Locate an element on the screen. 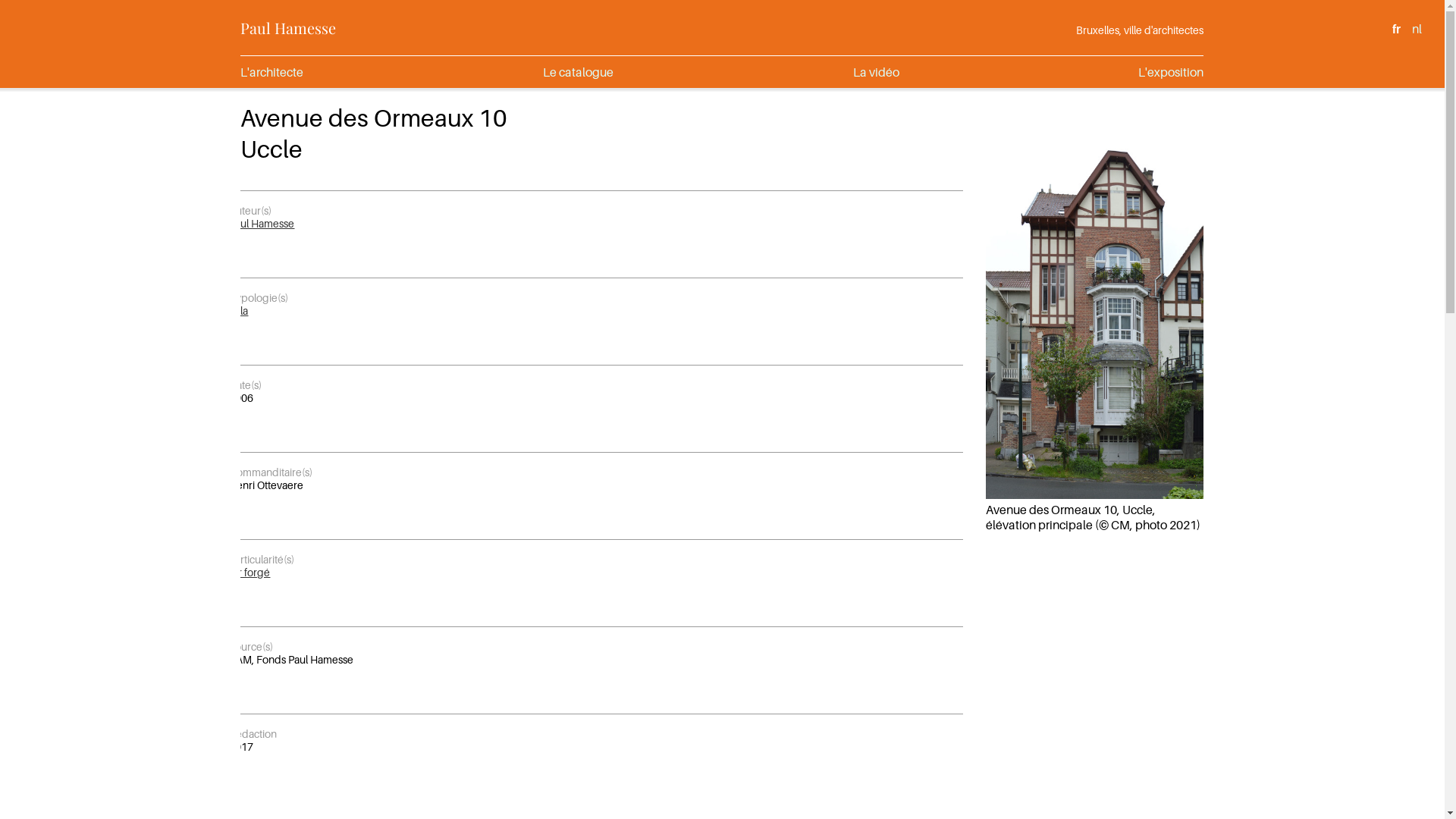  'L'architecte' is located at coordinates (271, 72).